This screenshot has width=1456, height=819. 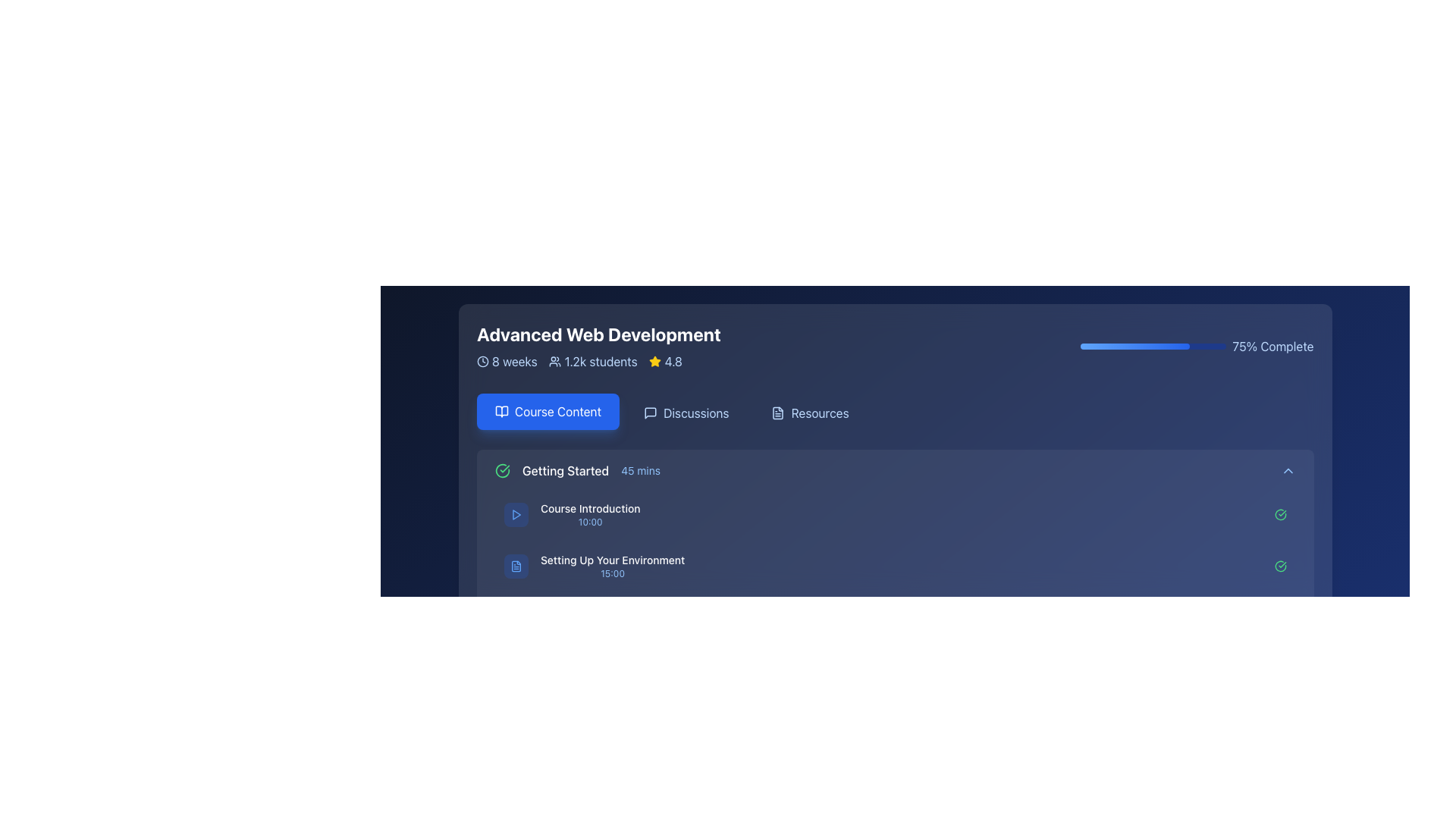 I want to click on the graphical icon representing the 'Setting Up Your Environment' file in the 'Course Content' section under 'Getting Started.', so click(x=516, y=566).